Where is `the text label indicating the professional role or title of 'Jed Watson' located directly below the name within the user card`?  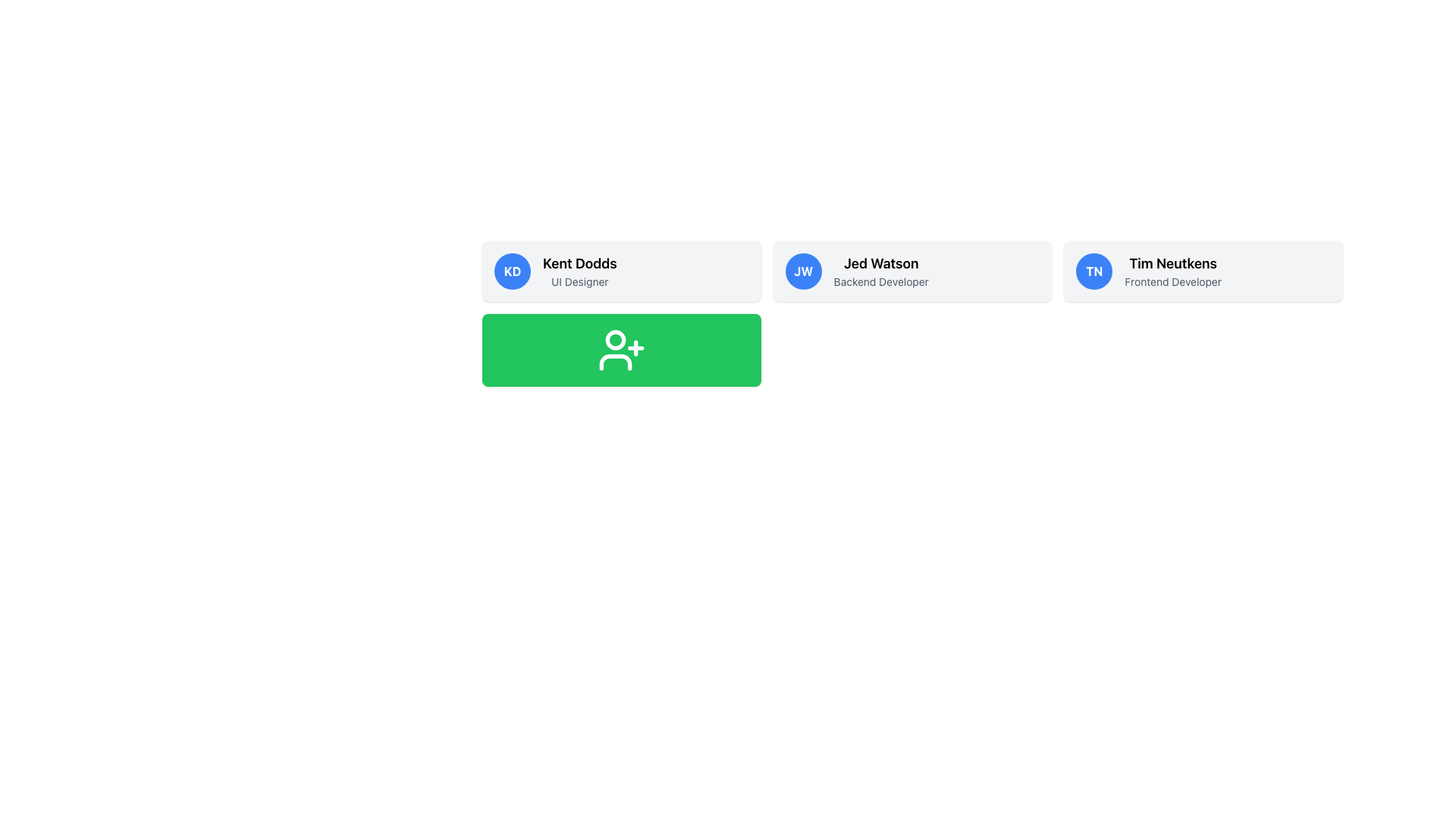
the text label indicating the professional role or title of 'Jed Watson' located directly below the name within the user card is located at coordinates (881, 281).